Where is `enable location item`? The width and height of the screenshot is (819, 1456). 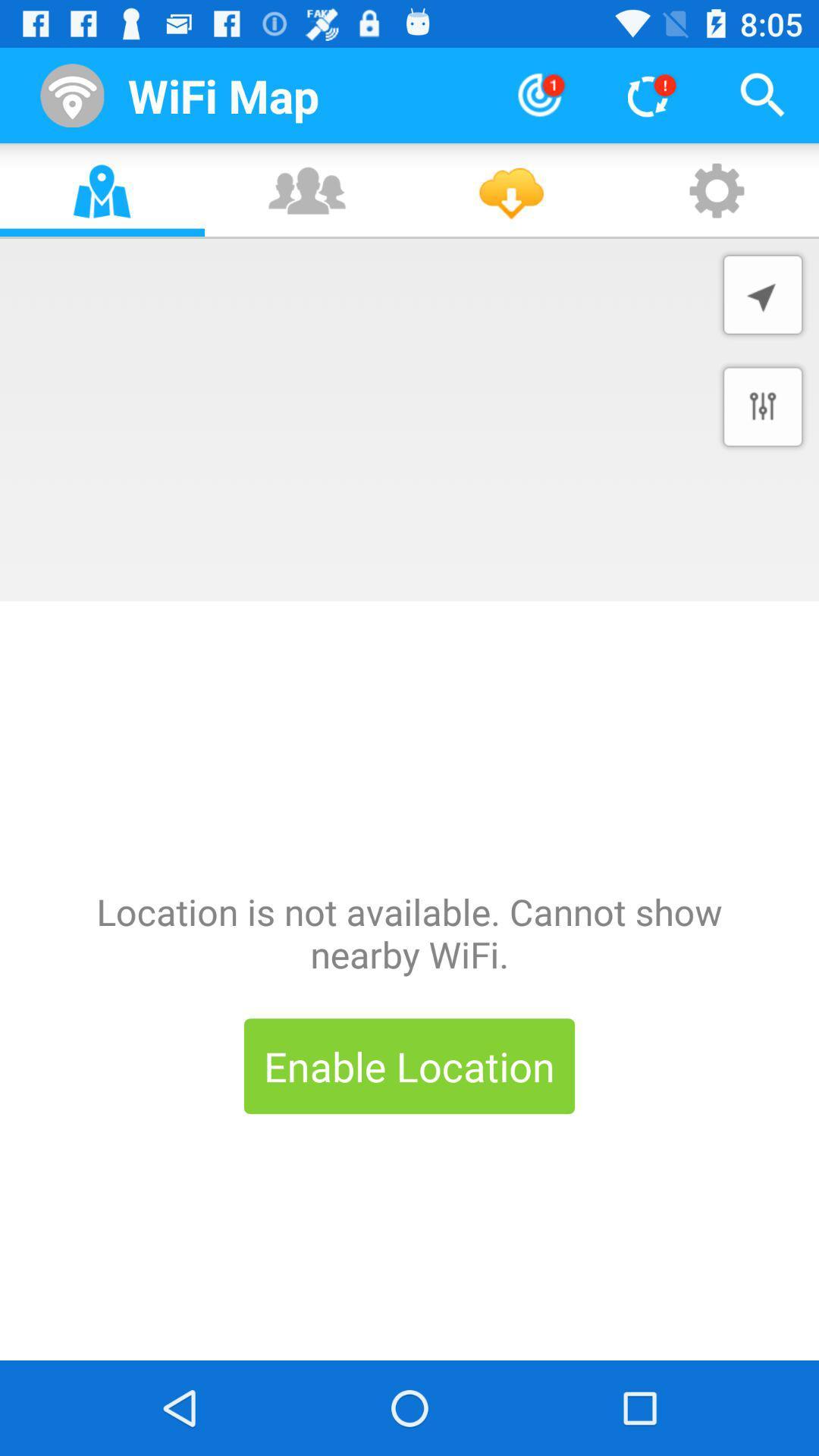
enable location item is located at coordinates (409, 1065).